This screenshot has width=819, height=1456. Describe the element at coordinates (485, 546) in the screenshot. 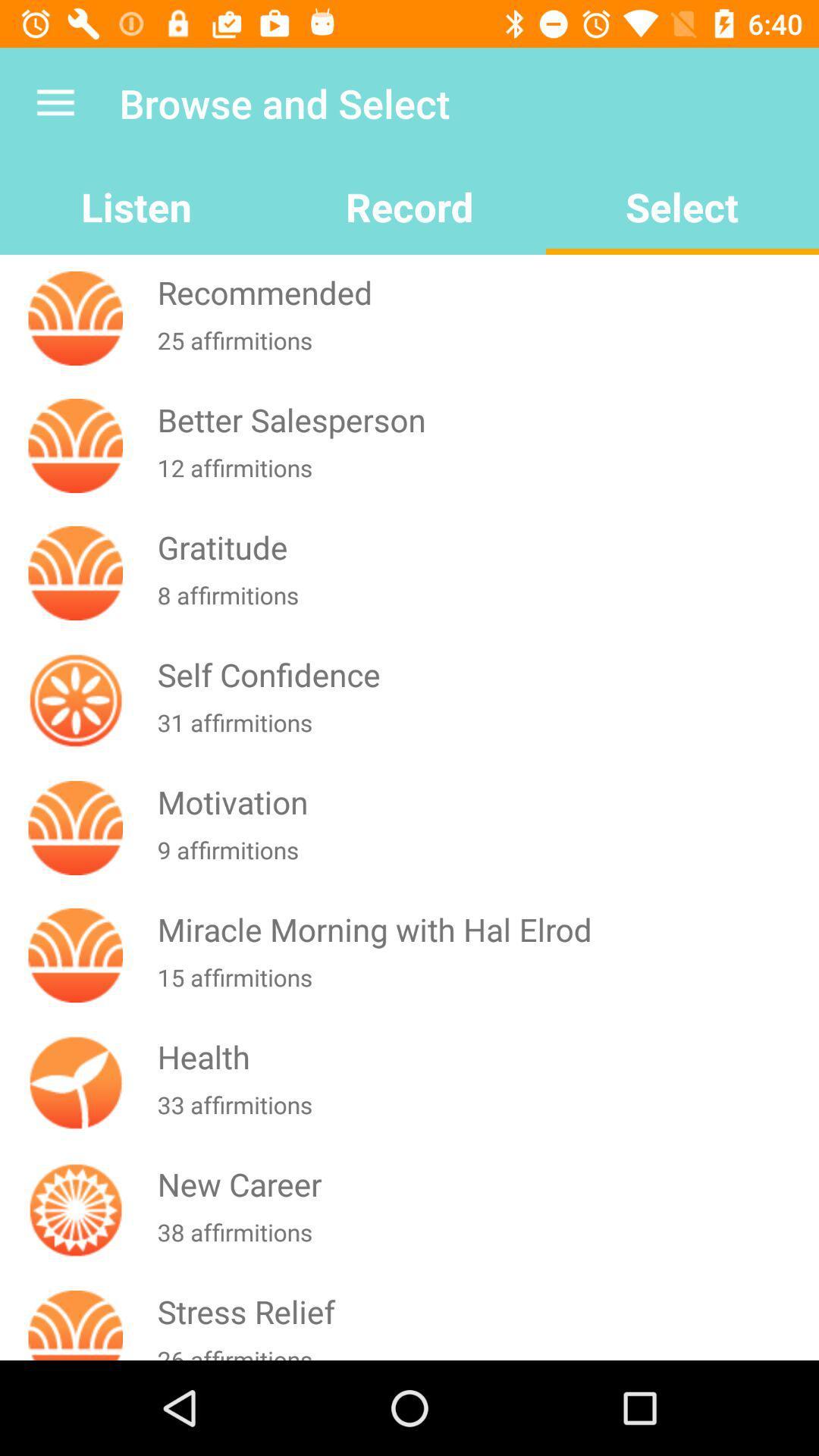

I see `the icon below 12 affirmitions item` at that location.